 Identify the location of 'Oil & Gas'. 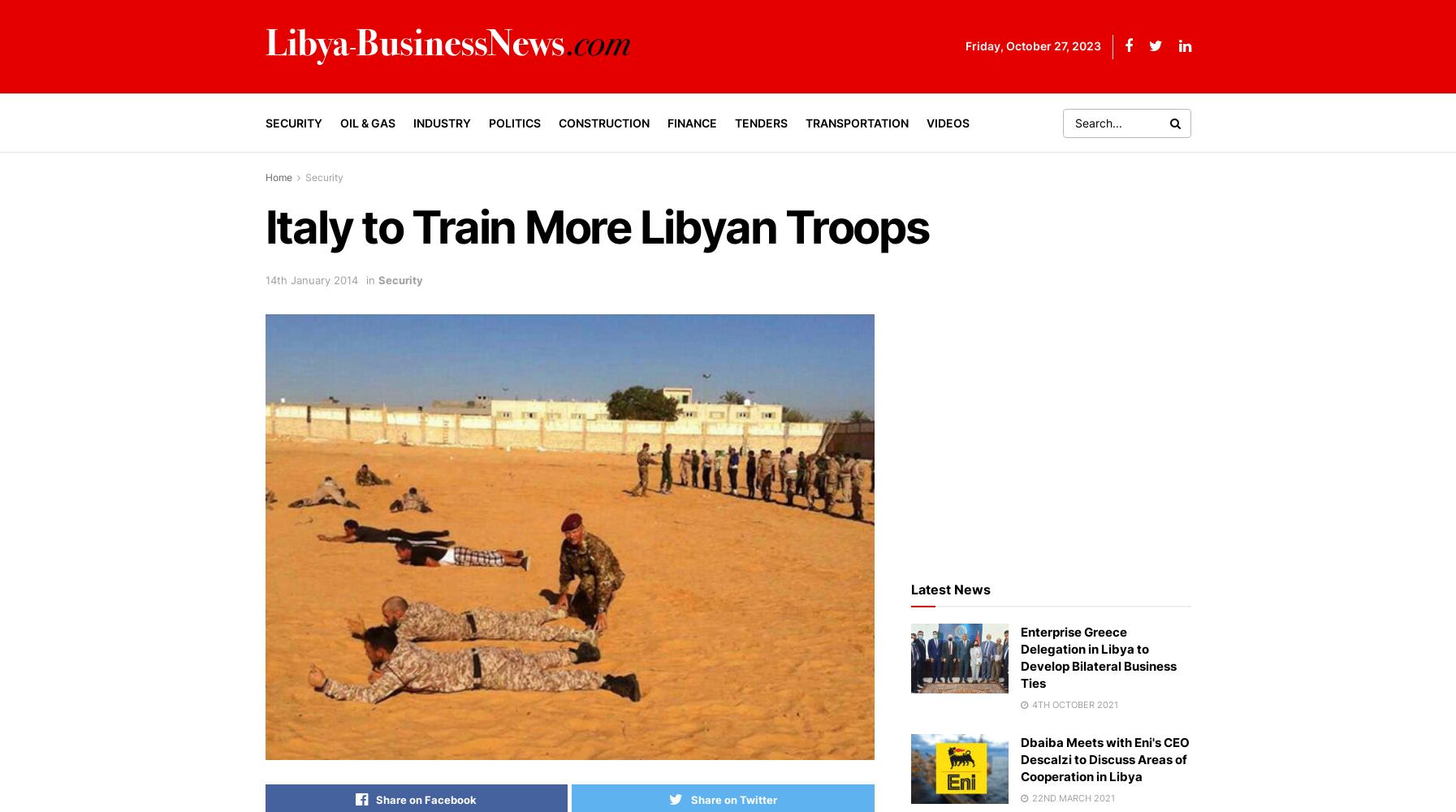
(366, 123).